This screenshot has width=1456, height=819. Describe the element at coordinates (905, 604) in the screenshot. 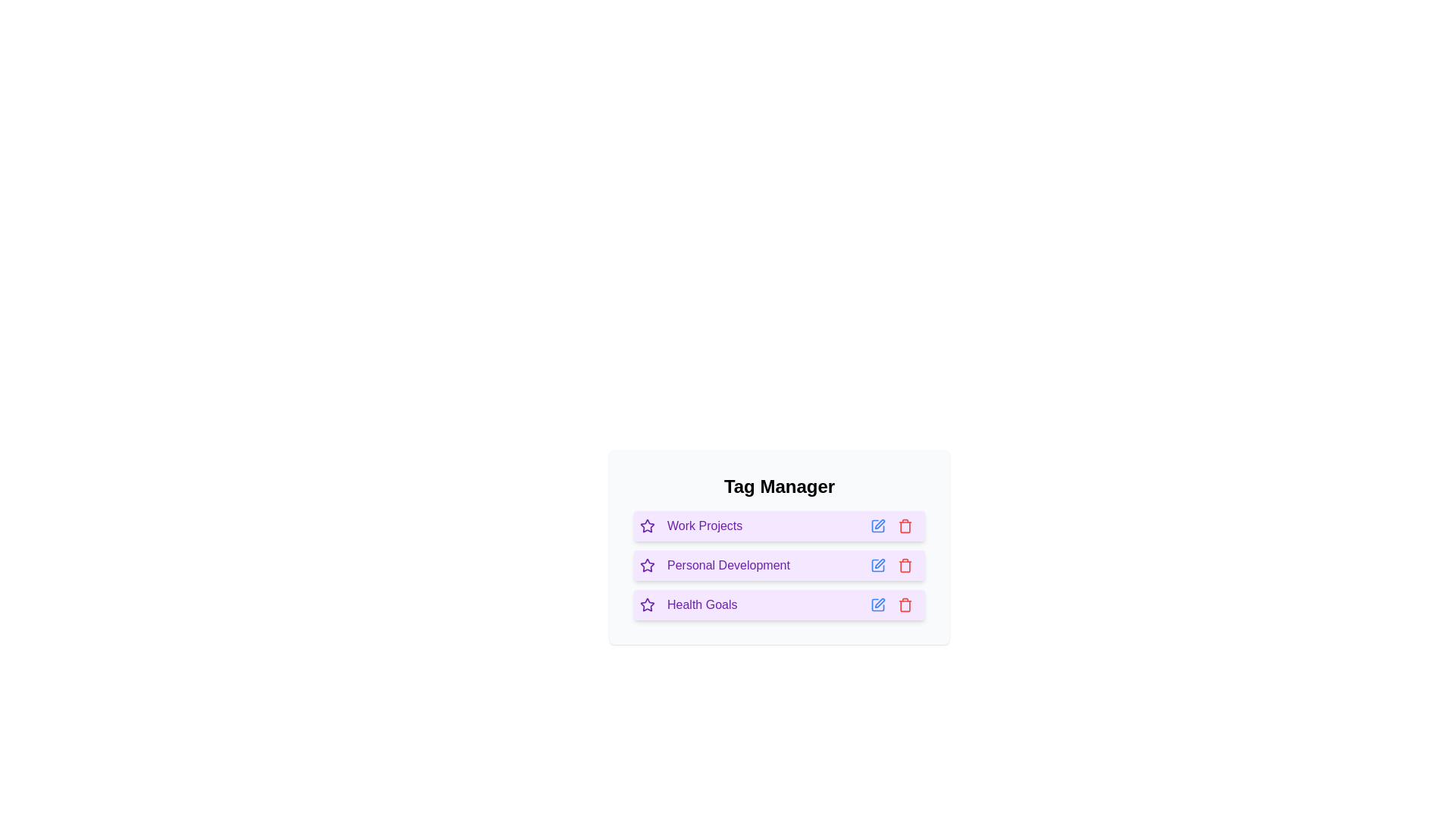

I see `the delete button for the tag Health Goals` at that location.